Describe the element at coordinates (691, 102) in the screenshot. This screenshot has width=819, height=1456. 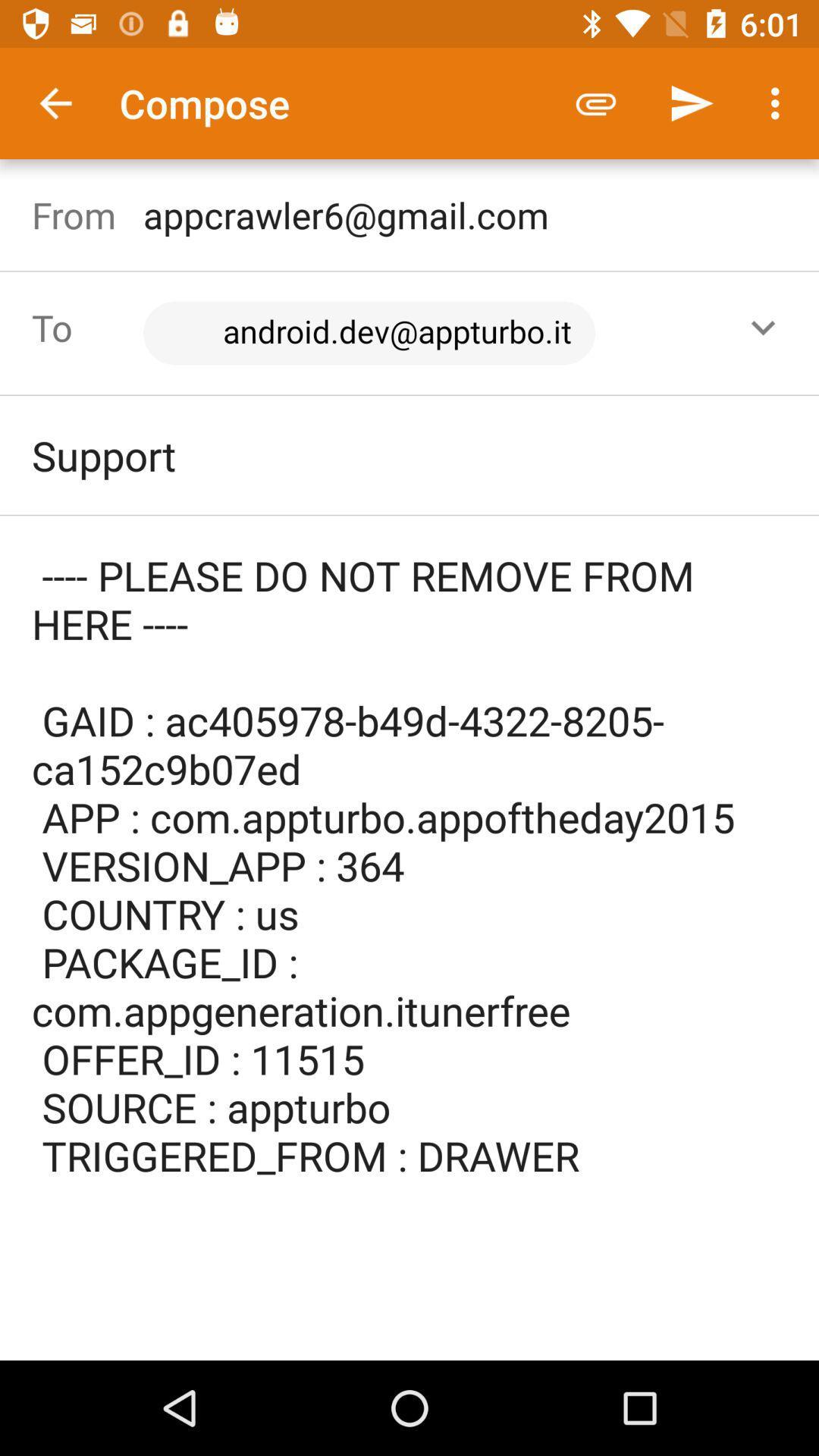
I see `item above the appcrawler6@gmail.com icon` at that location.